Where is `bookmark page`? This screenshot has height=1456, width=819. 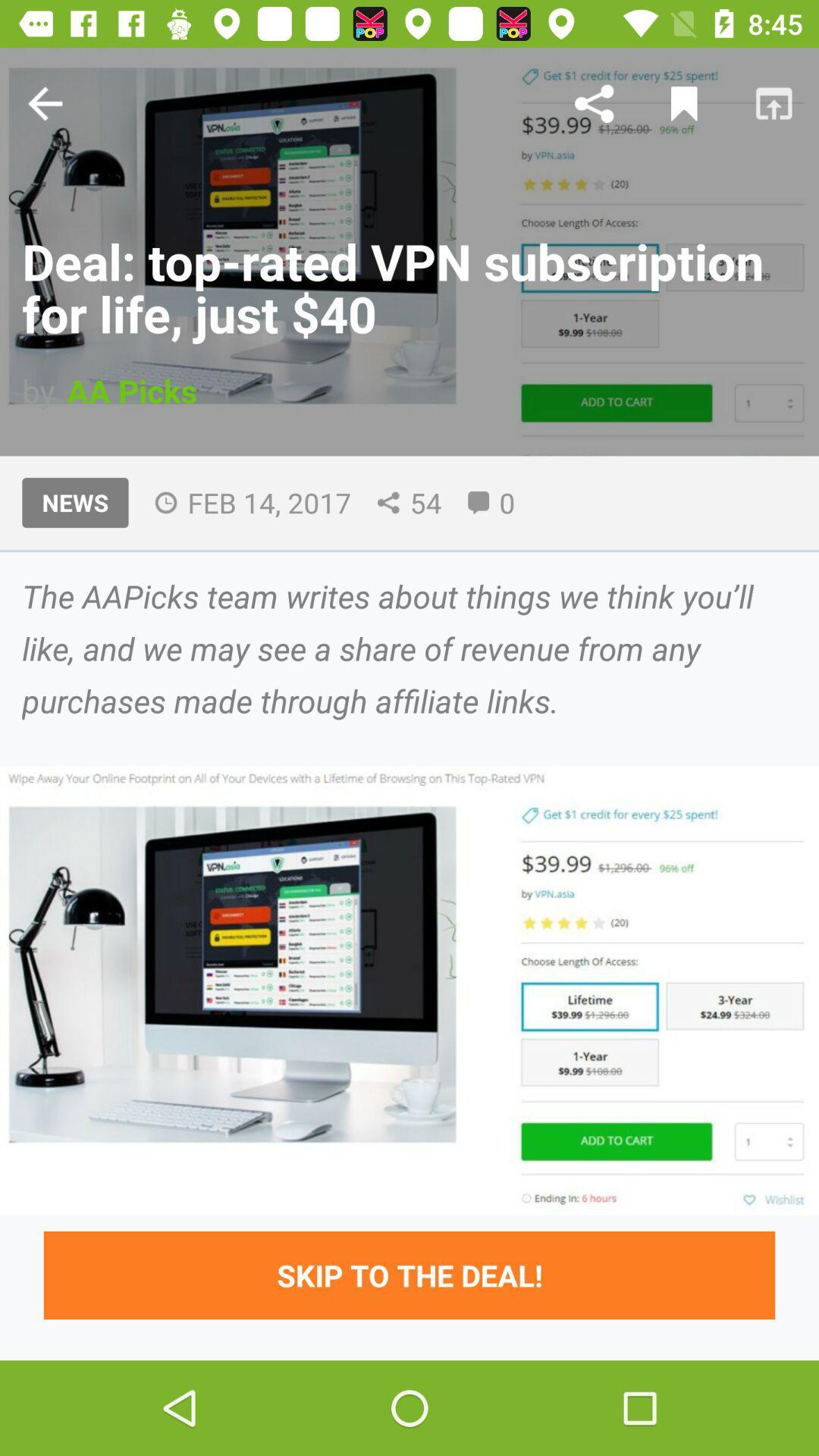
bookmark page is located at coordinates (684, 102).